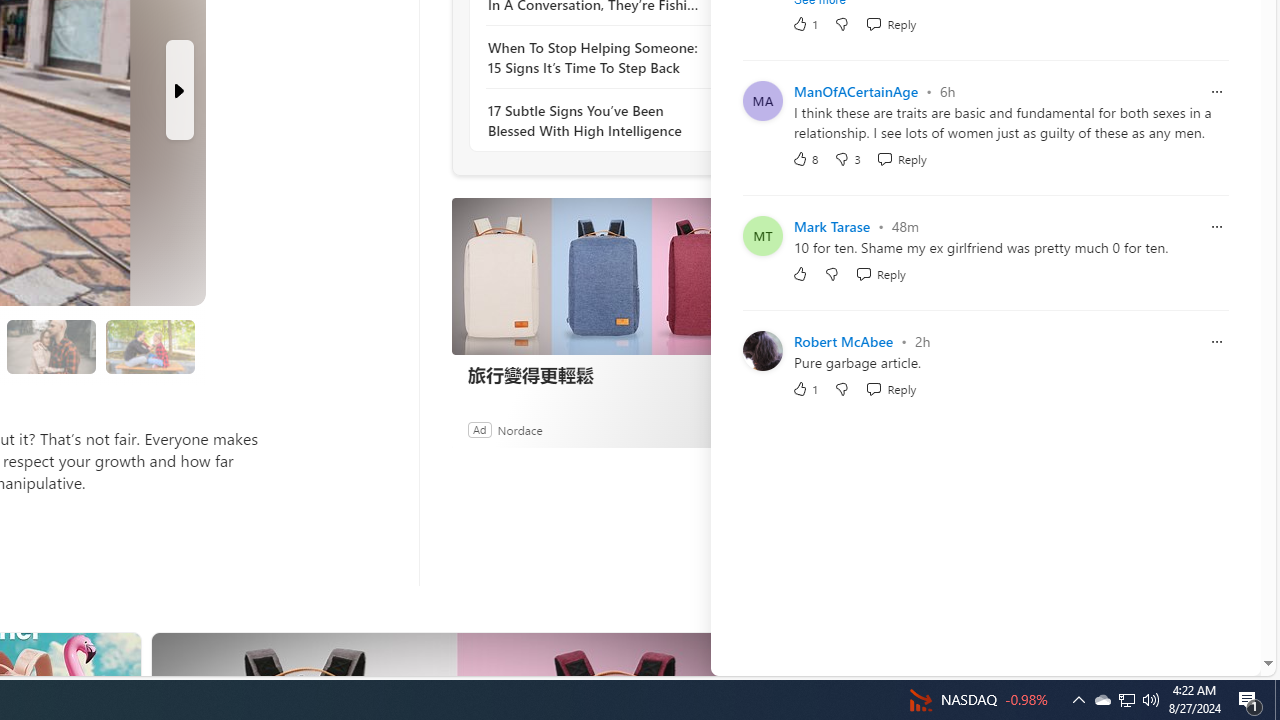 This screenshot has height=720, width=1280. What do you see at coordinates (761, 349) in the screenshot?
I see `'Profile Picture'` at bounding box center [761, 349].